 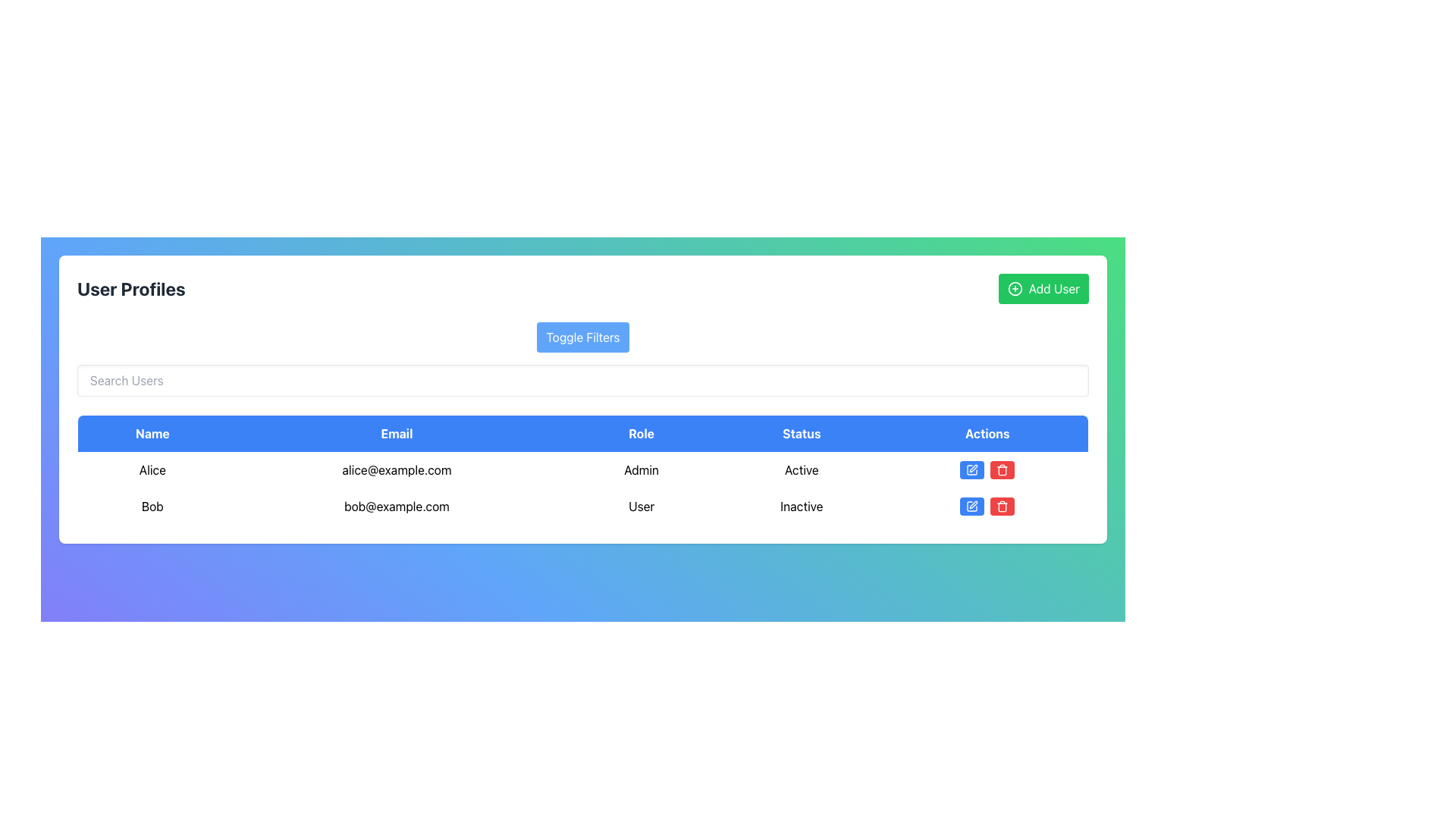 What do you see at coordinates (801, 507) in the screenshot?
I see `the 'Inactive' status text label located in the second row of the table, specifically in the 'Status' column` at bounding box center [801, 507].